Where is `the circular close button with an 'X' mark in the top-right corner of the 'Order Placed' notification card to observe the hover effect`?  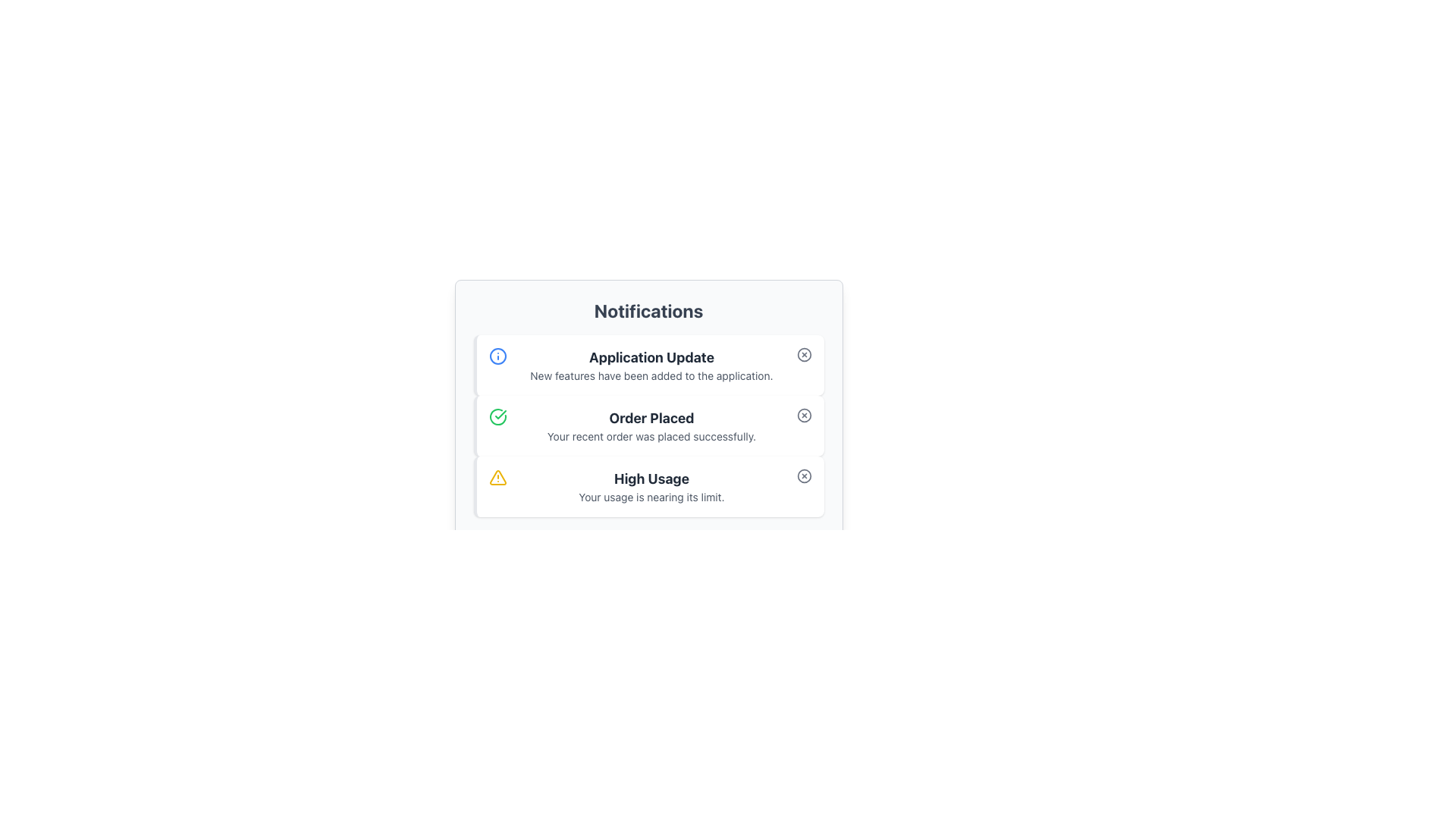
the circular close button with an 'X' mark in the top-right corner of the 'Order Placed' notification card to observe the hover effect is located at coordinates (803, 415).